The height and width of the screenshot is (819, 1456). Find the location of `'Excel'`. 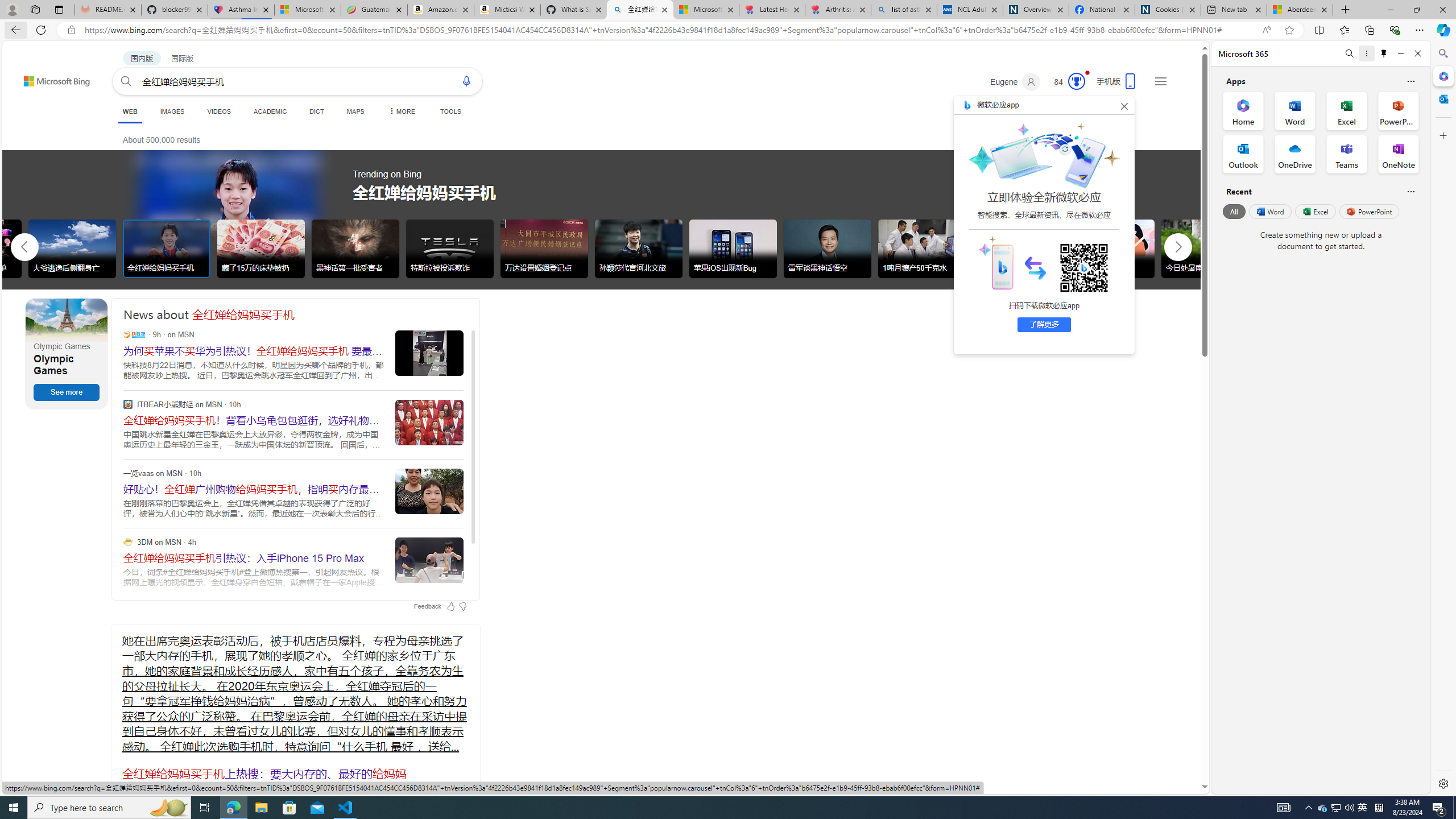

'Excel' is located at coordinates (1314, 211).